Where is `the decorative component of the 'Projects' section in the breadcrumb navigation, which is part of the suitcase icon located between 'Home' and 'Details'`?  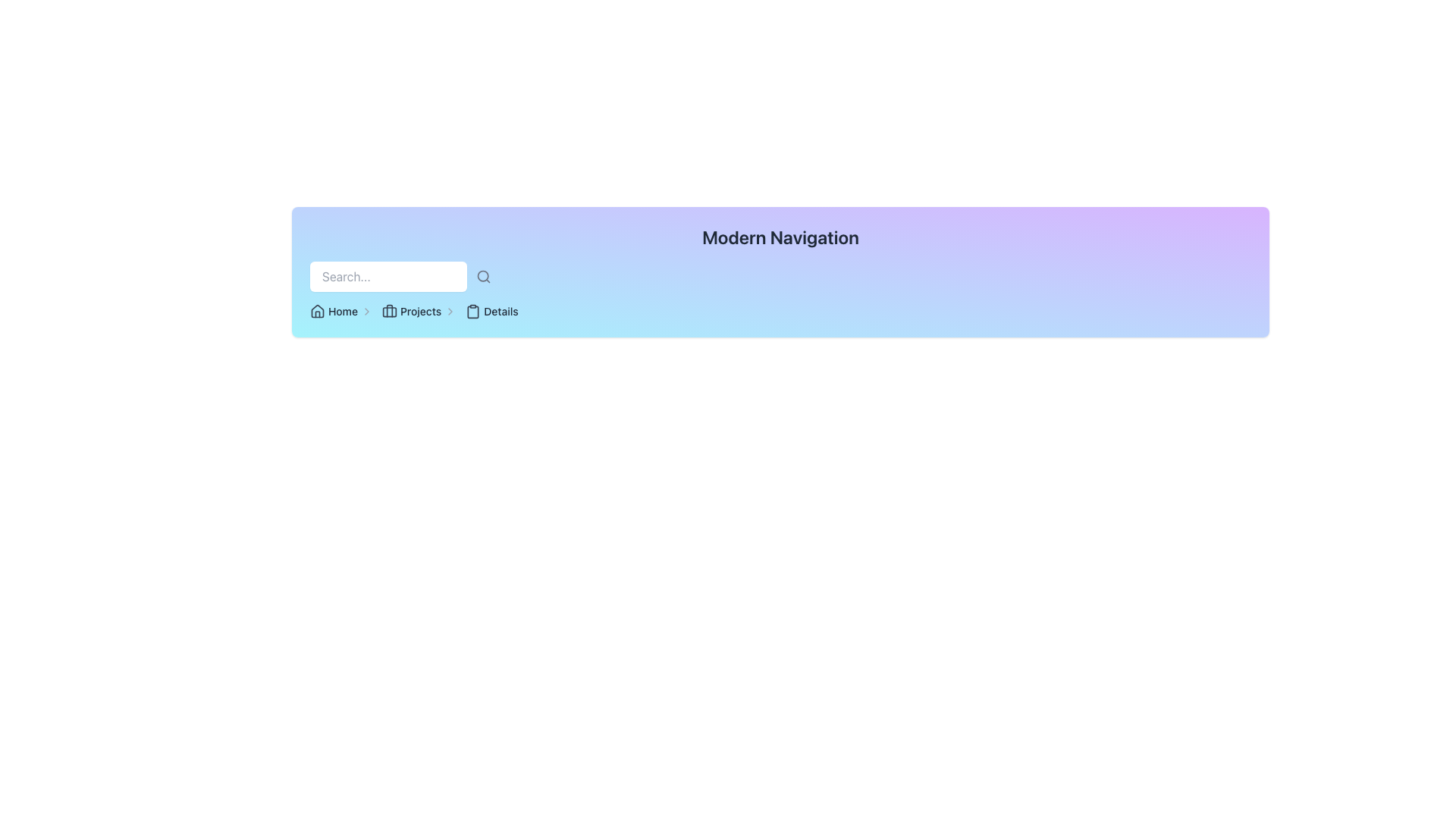
the decorative component of the 'Projects' section in the breadcrumb navigation, which is part of the suitcase icon located between 'Home' and 'Details' is located at coordinates (389, 311).